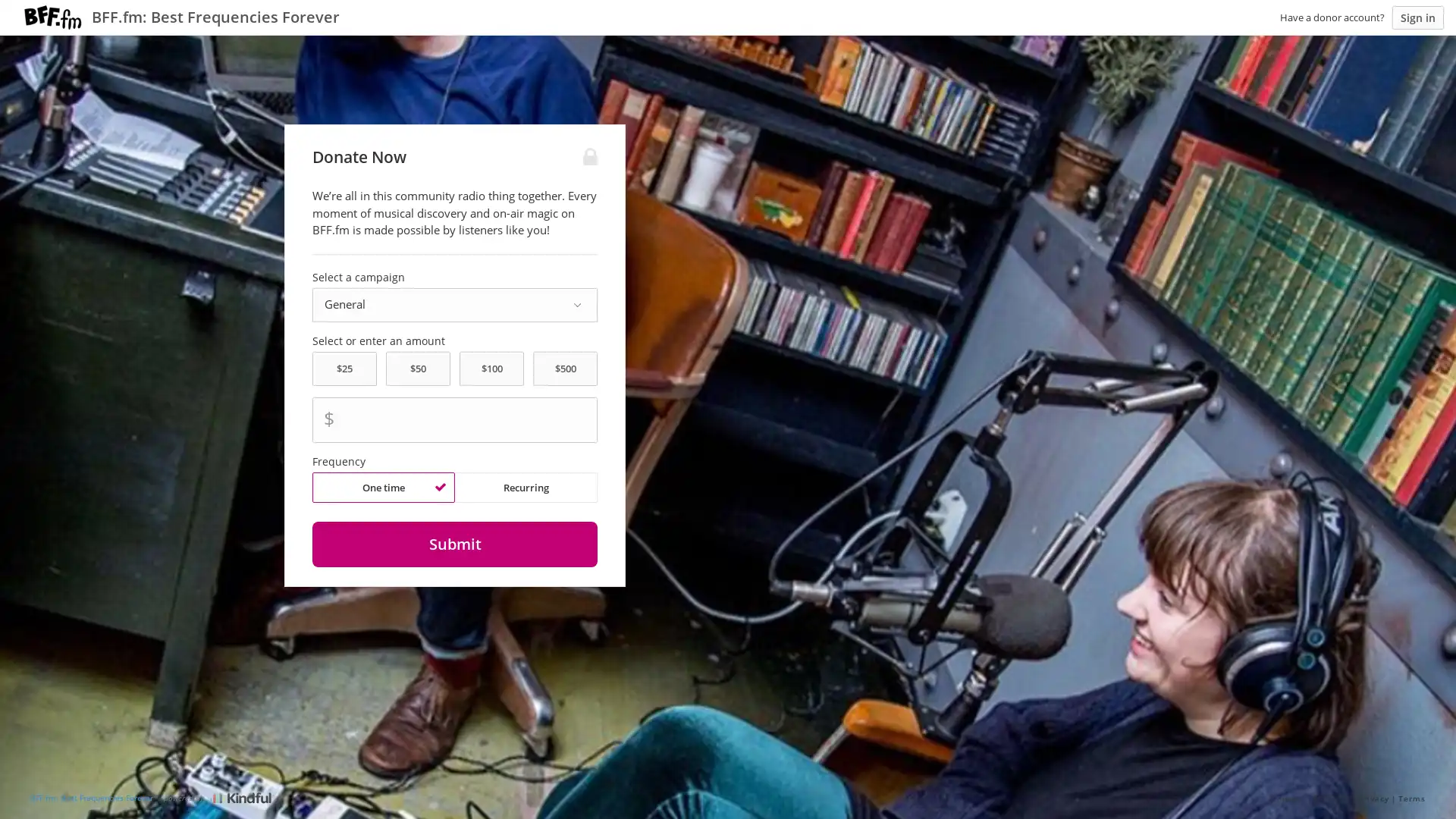 This screenshot has width=1456, height=819. Describe the element at coordinates (453, 543) in the screenshot. I see `Submit` at that location.